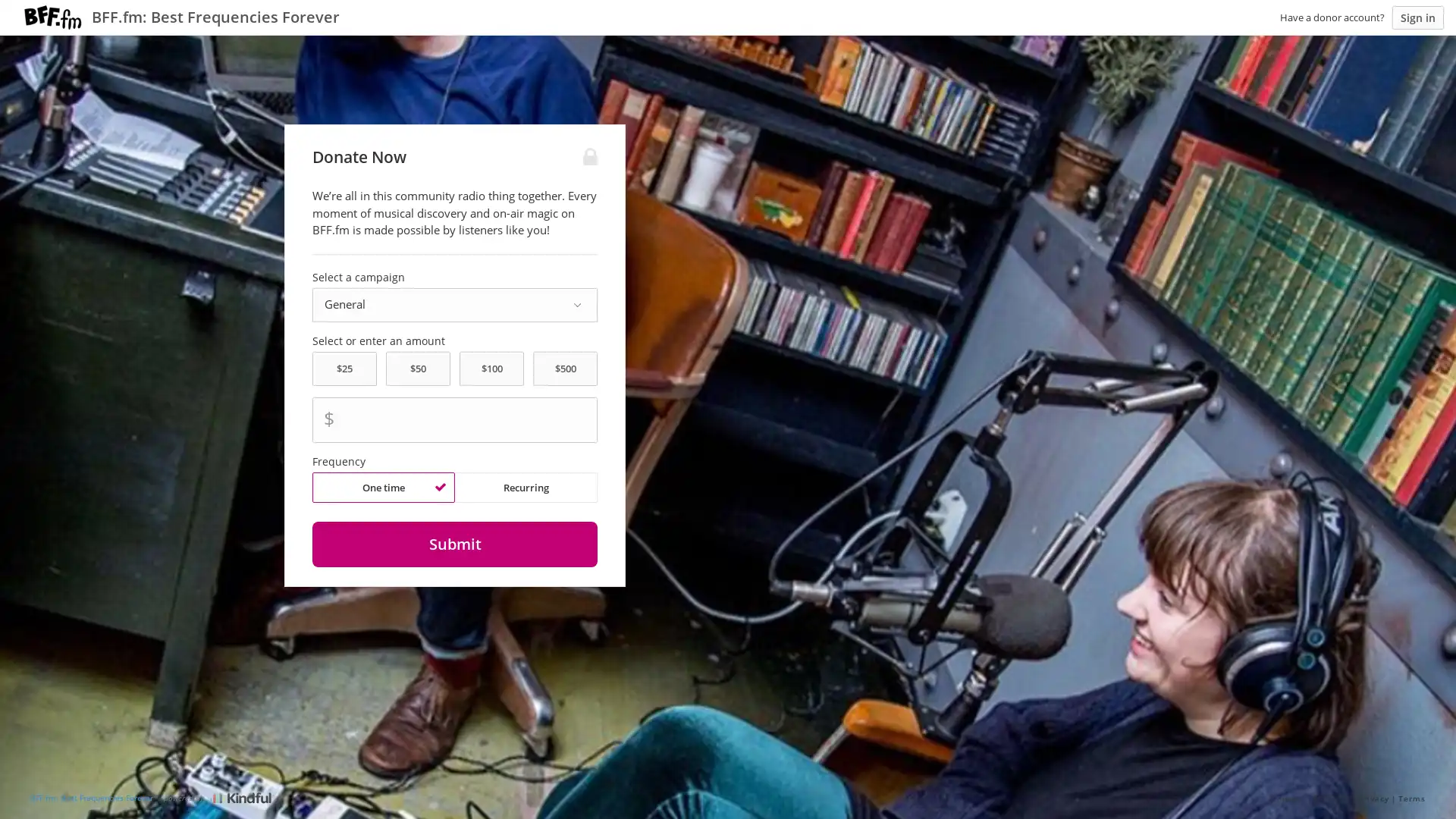 This screenshot has width=1456, height=819. Describe the element at coordinates (453, 543) in the screenshot. I see `Submit` at that location.